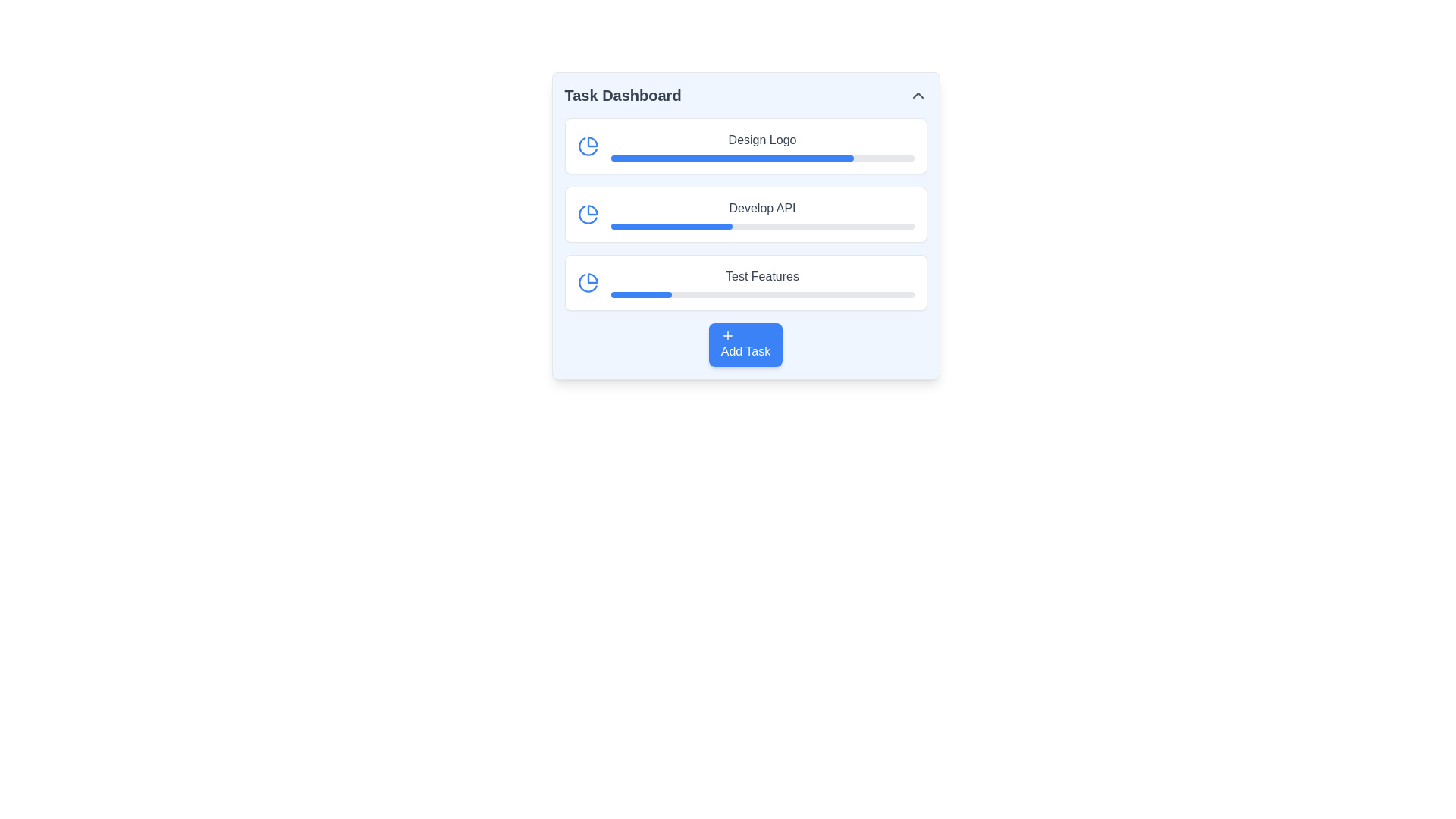  I want to click on the Progress bar located below the 'Develop API' text label in the second task row, which visually conveys progress towards the completion of the task, so click(762, 227).